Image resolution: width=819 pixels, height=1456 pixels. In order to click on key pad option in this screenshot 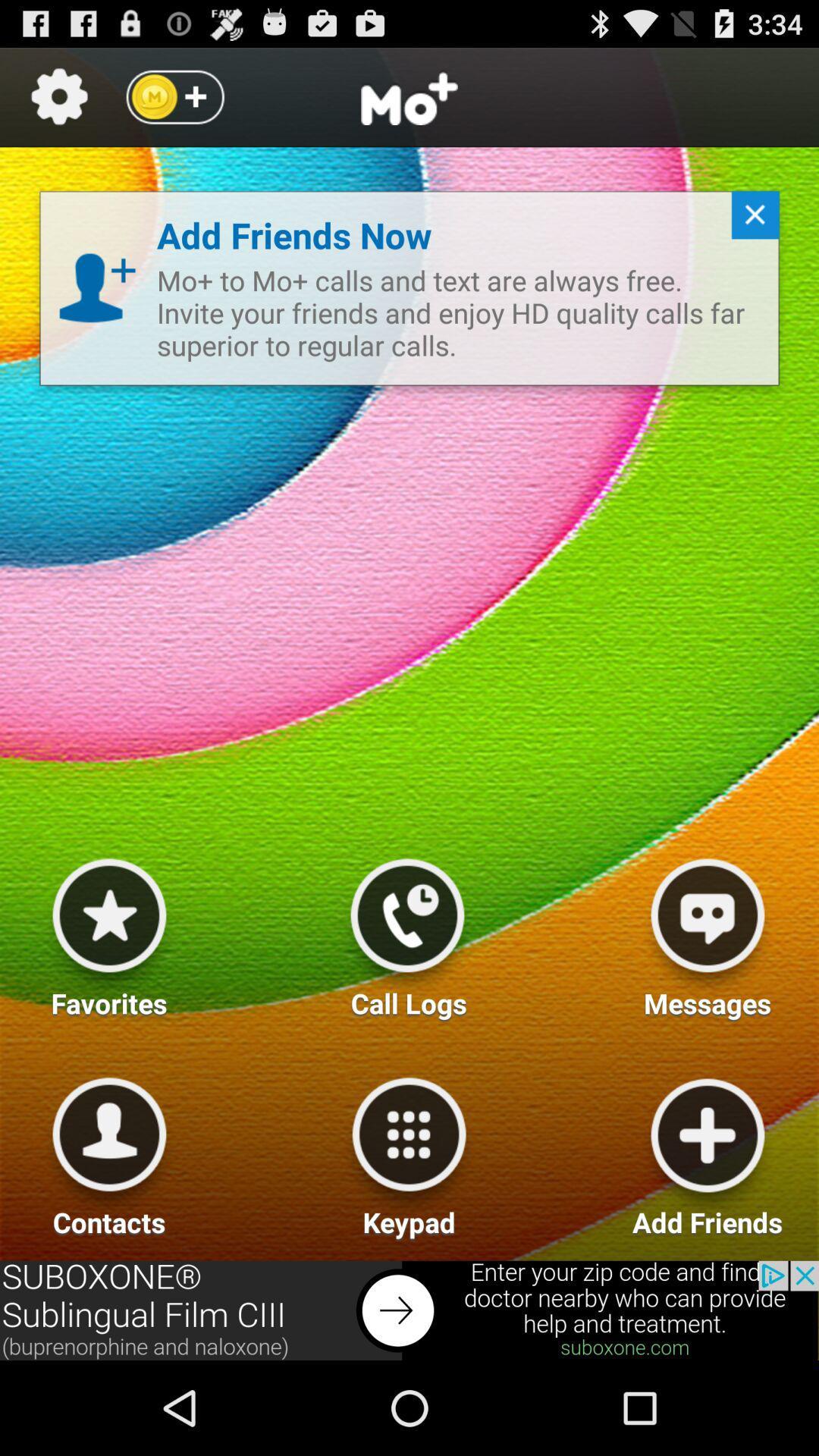, I will do `click(408, 1151)`.